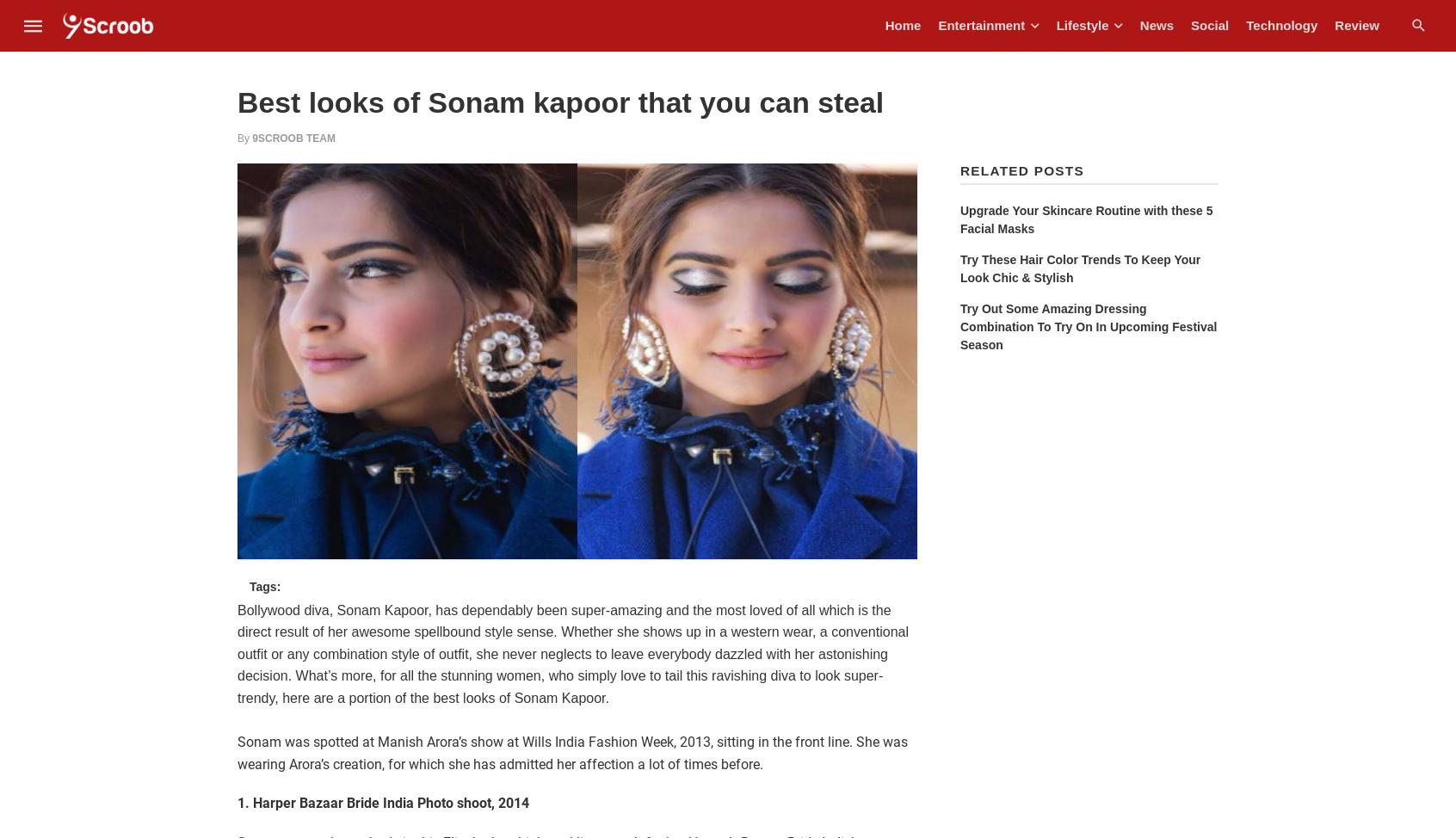  Describe the element at coordinates (382, 802) in the screenshot. I see `'1. Harper Bazaar Bride India Photo shoot, 2014'` at that location.